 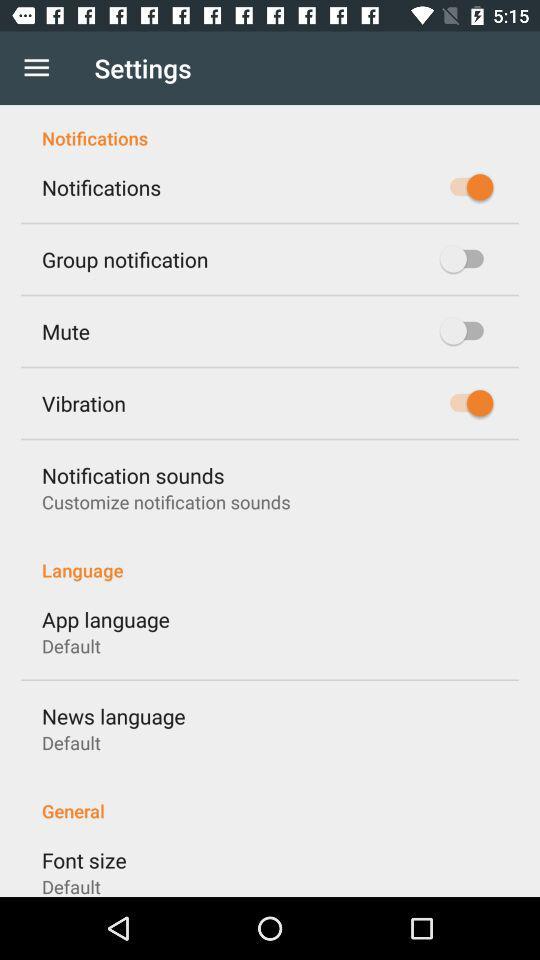 What do you see at coordinates (125, 258) in the screenshot?
I see `icon below the notifications icon` at bounding box center [125, 258].